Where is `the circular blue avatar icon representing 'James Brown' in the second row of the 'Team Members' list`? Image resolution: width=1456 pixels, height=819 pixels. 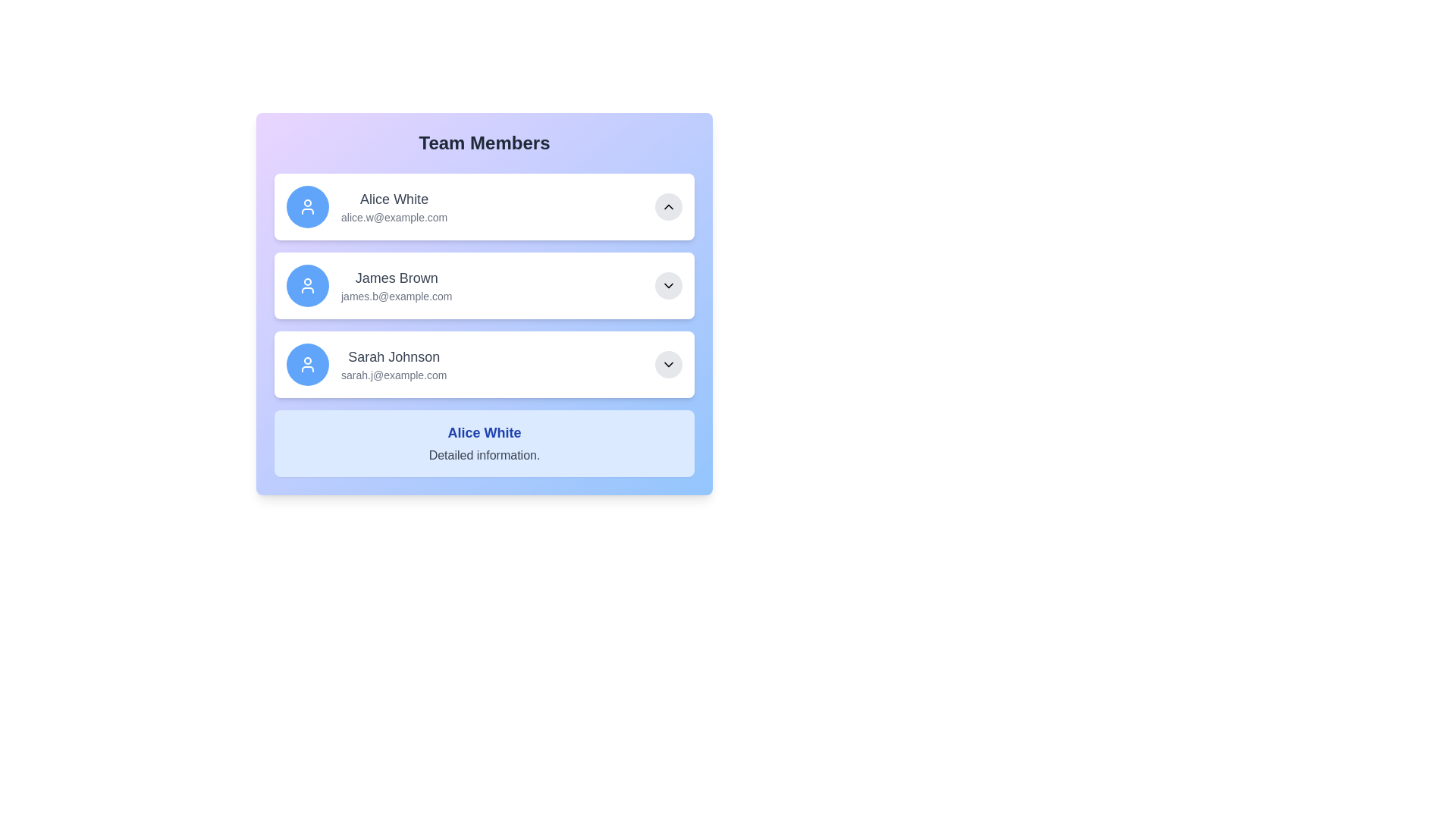
the circular blue avatar icon representing 'James Brown' in the second row of the 'Team Members' list is located at coordinates (307, 286).